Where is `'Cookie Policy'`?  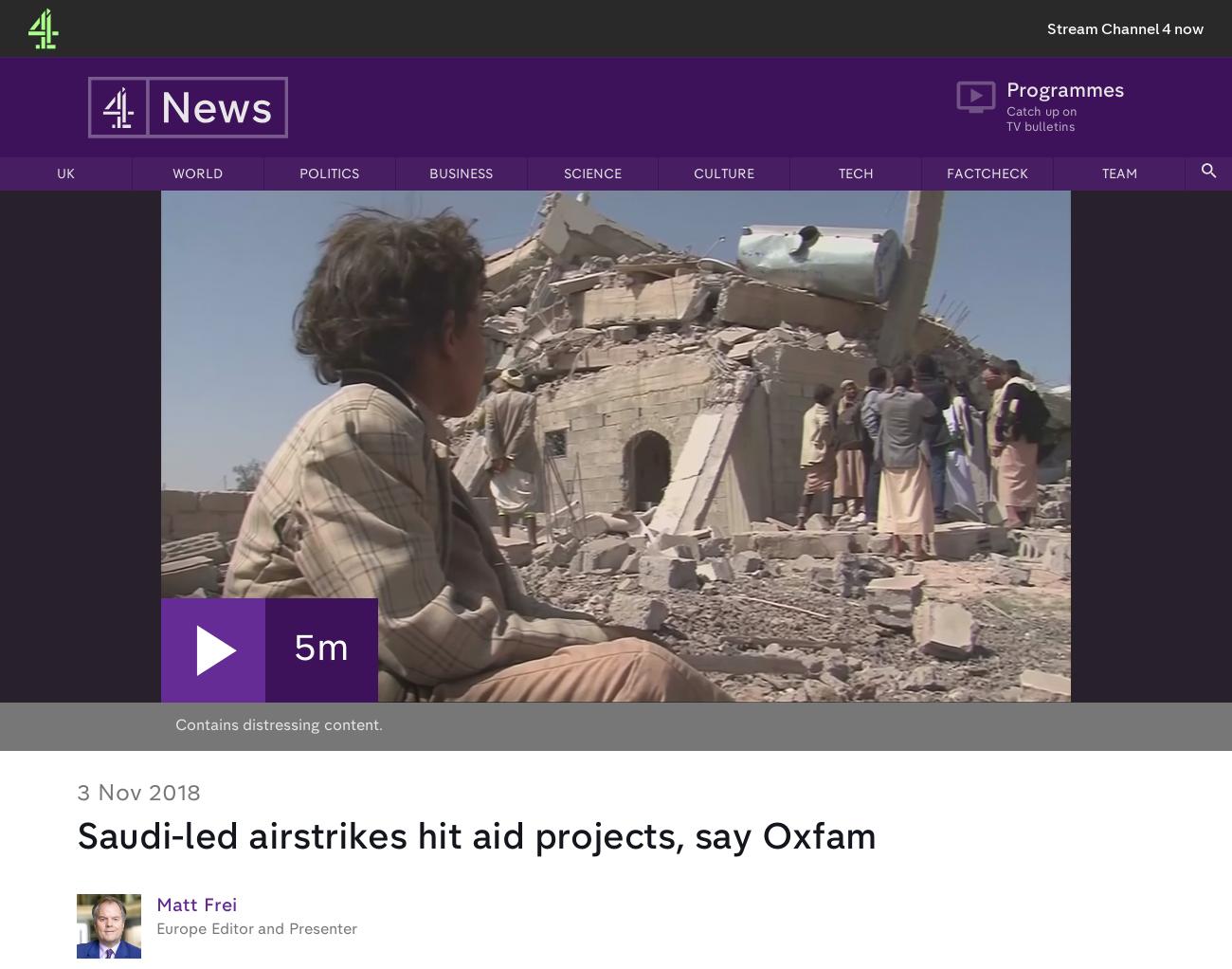 'Cookie Policy' is located at coordinates (198, 824).